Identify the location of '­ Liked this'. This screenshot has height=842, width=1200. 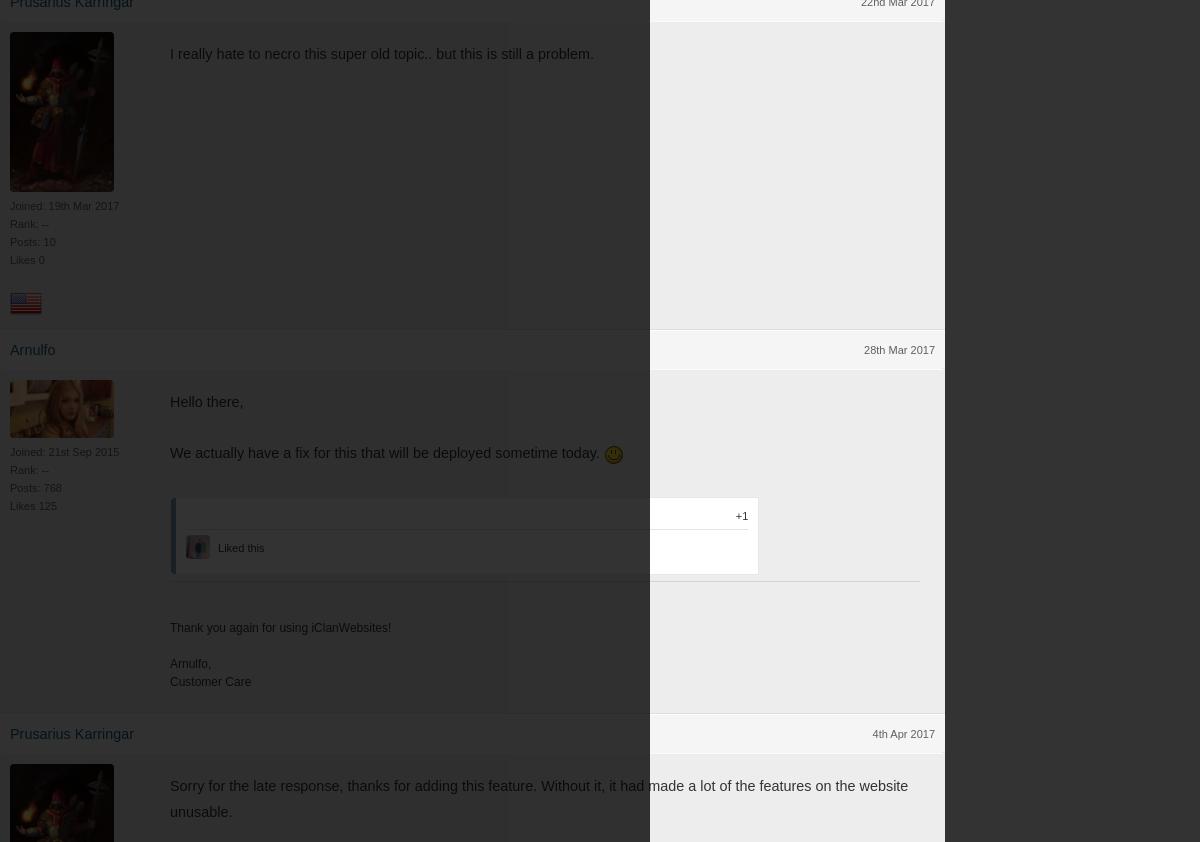
(238, 546).